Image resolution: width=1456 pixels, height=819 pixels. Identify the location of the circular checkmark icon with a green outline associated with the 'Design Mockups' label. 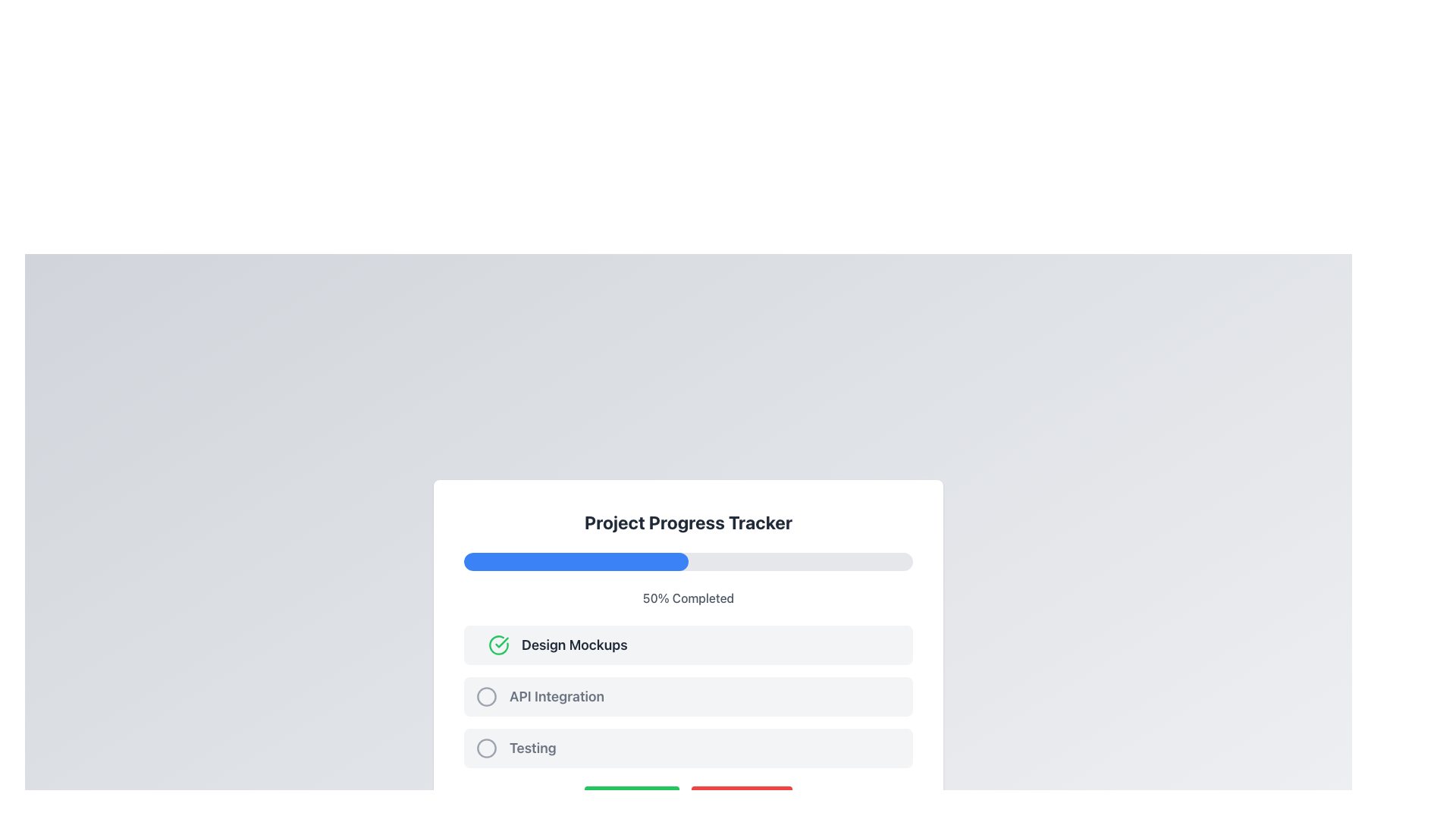
(498, 645).